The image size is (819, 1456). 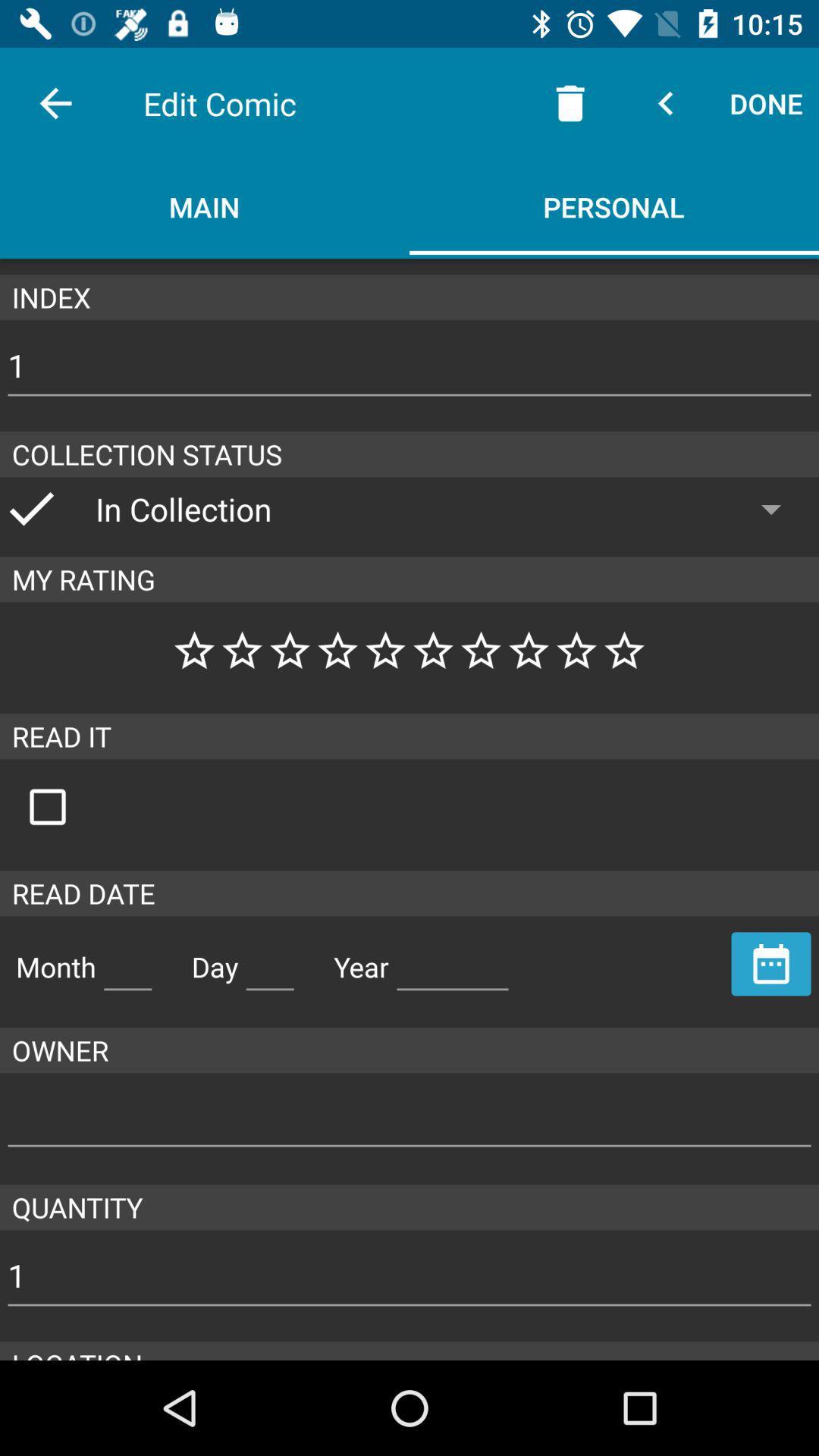 I want to click on typing box, so click(x=452, y=960).